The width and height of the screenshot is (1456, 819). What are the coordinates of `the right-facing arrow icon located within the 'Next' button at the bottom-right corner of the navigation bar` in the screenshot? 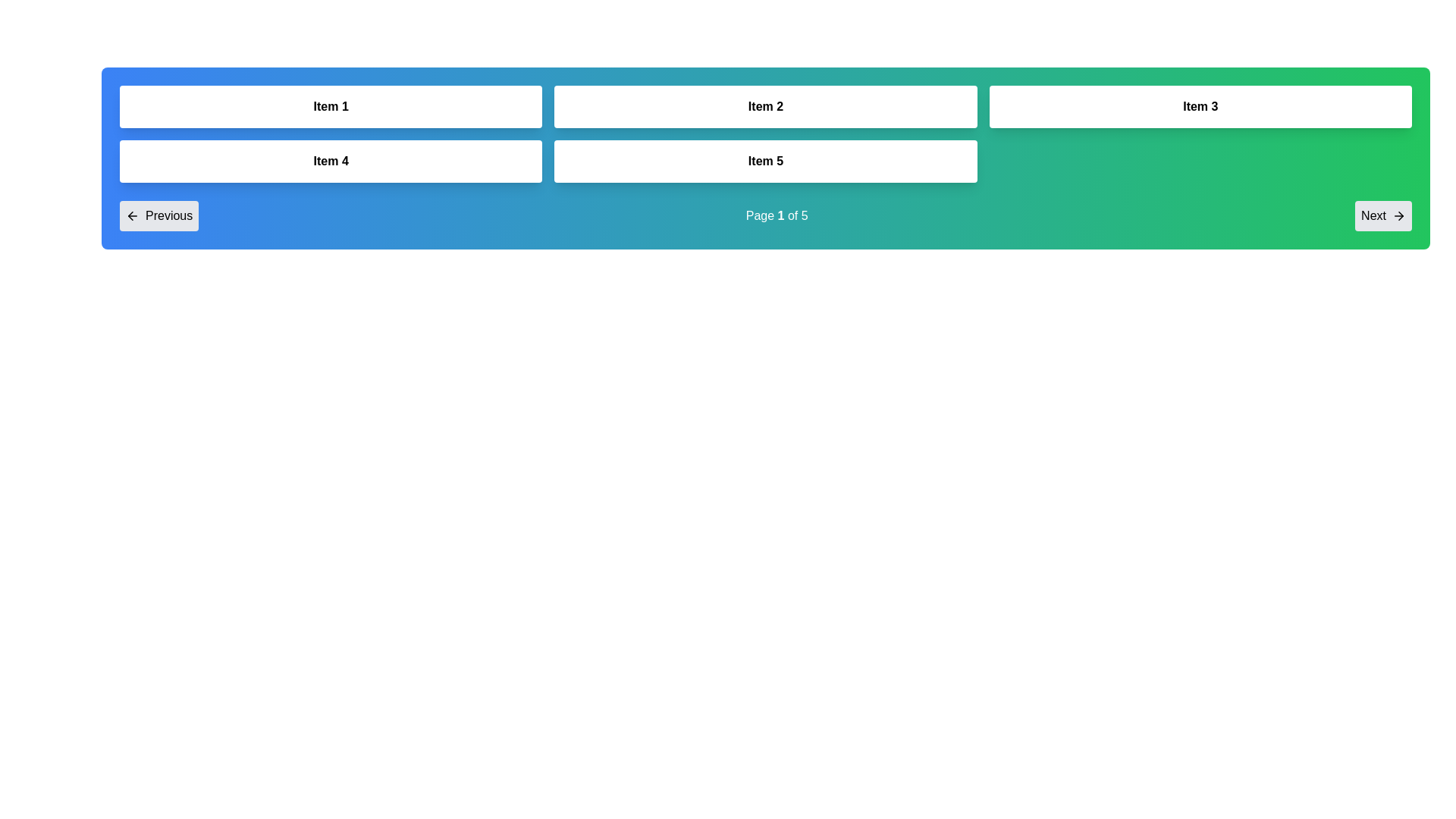 It's located at (1398, 216).